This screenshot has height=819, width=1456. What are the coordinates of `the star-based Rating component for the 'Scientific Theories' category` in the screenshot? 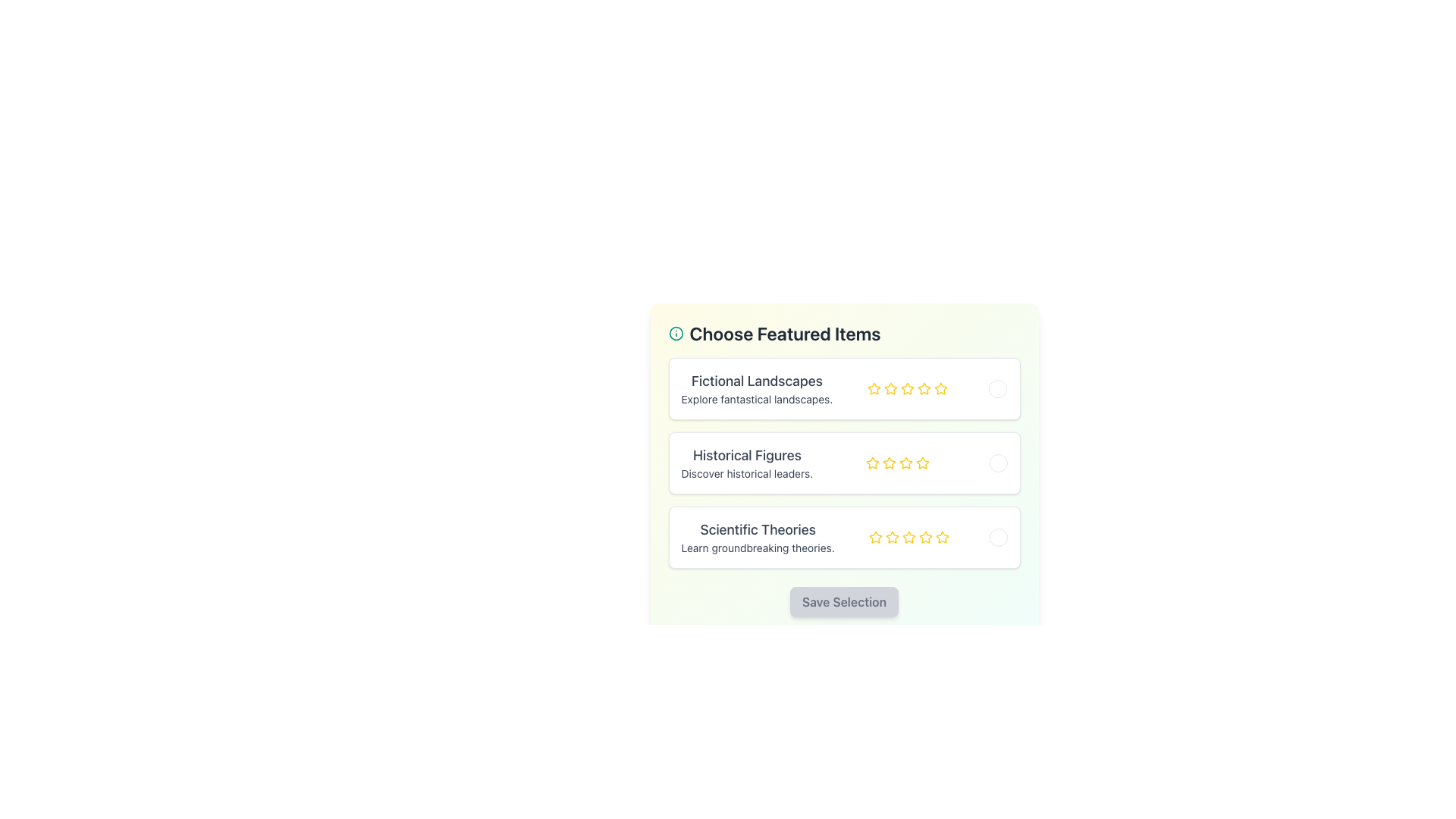 It's located at (908, 537).